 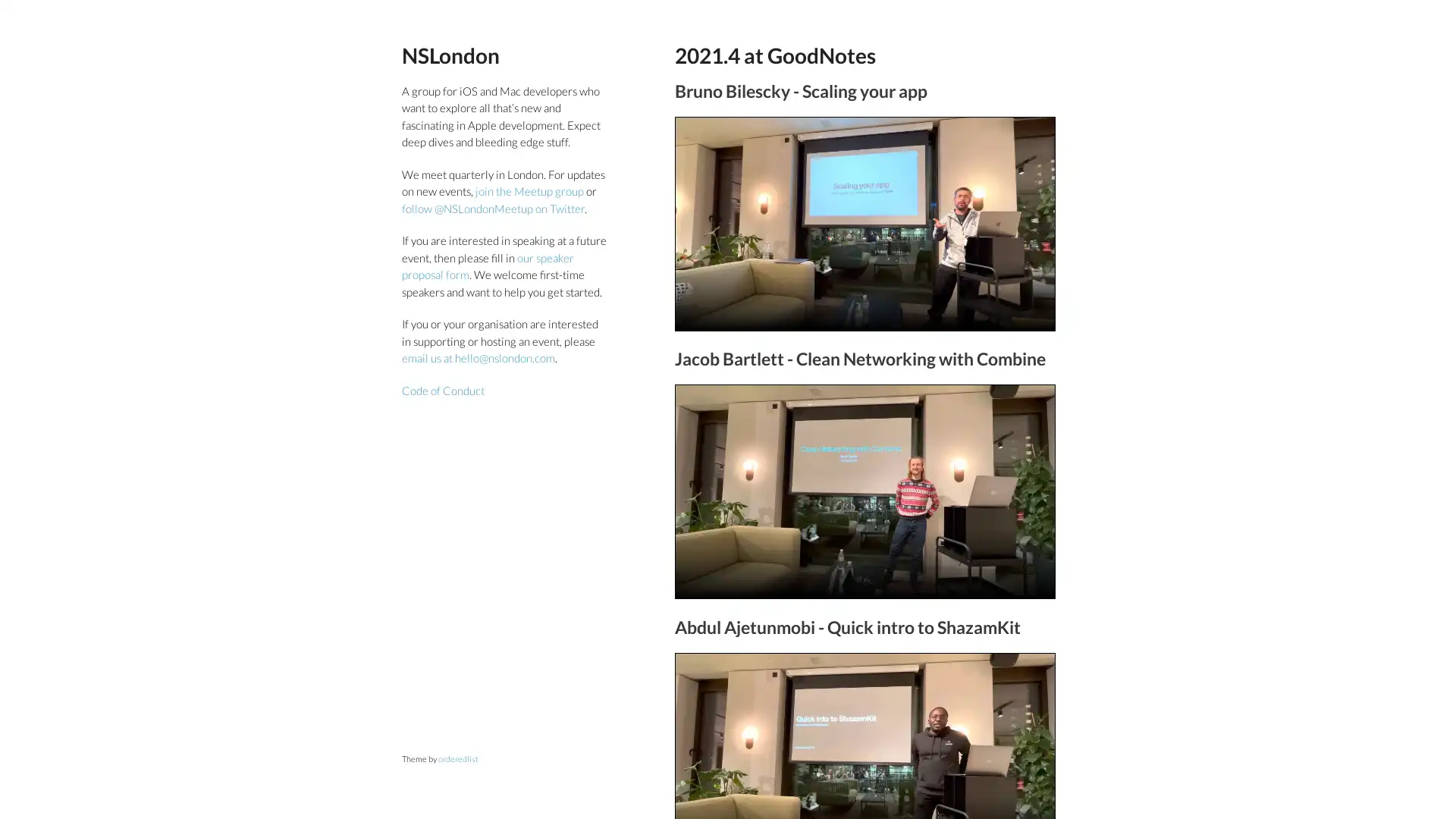 What do you see at coordinates (1036, 561) in the screenshot?
I see `show more media controls` at bounding box center [1036, 561].